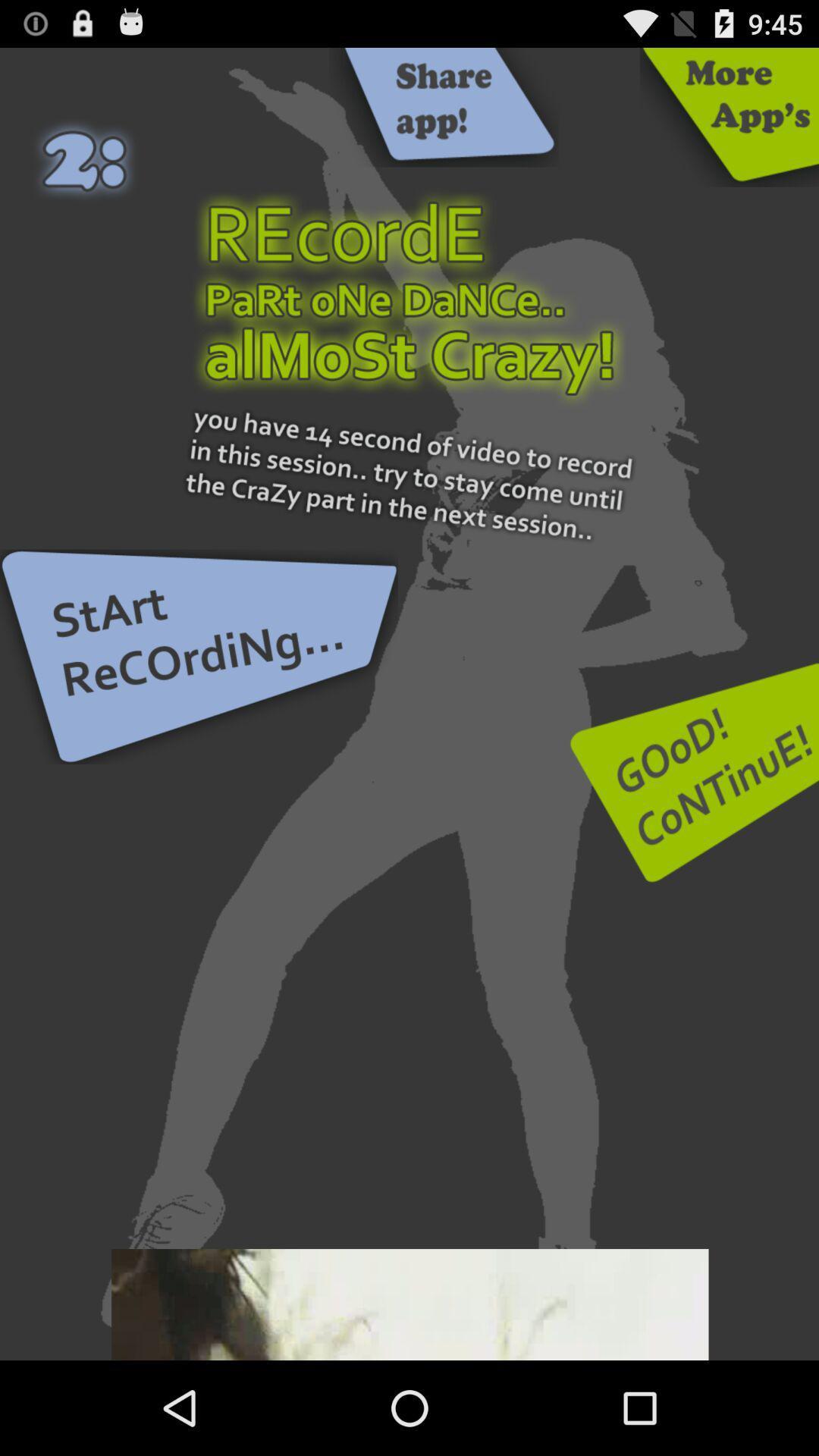  What do you see at coordinates (444, 106) in the screenshot?
I see `advertisement` at bounding box center [444, 106].